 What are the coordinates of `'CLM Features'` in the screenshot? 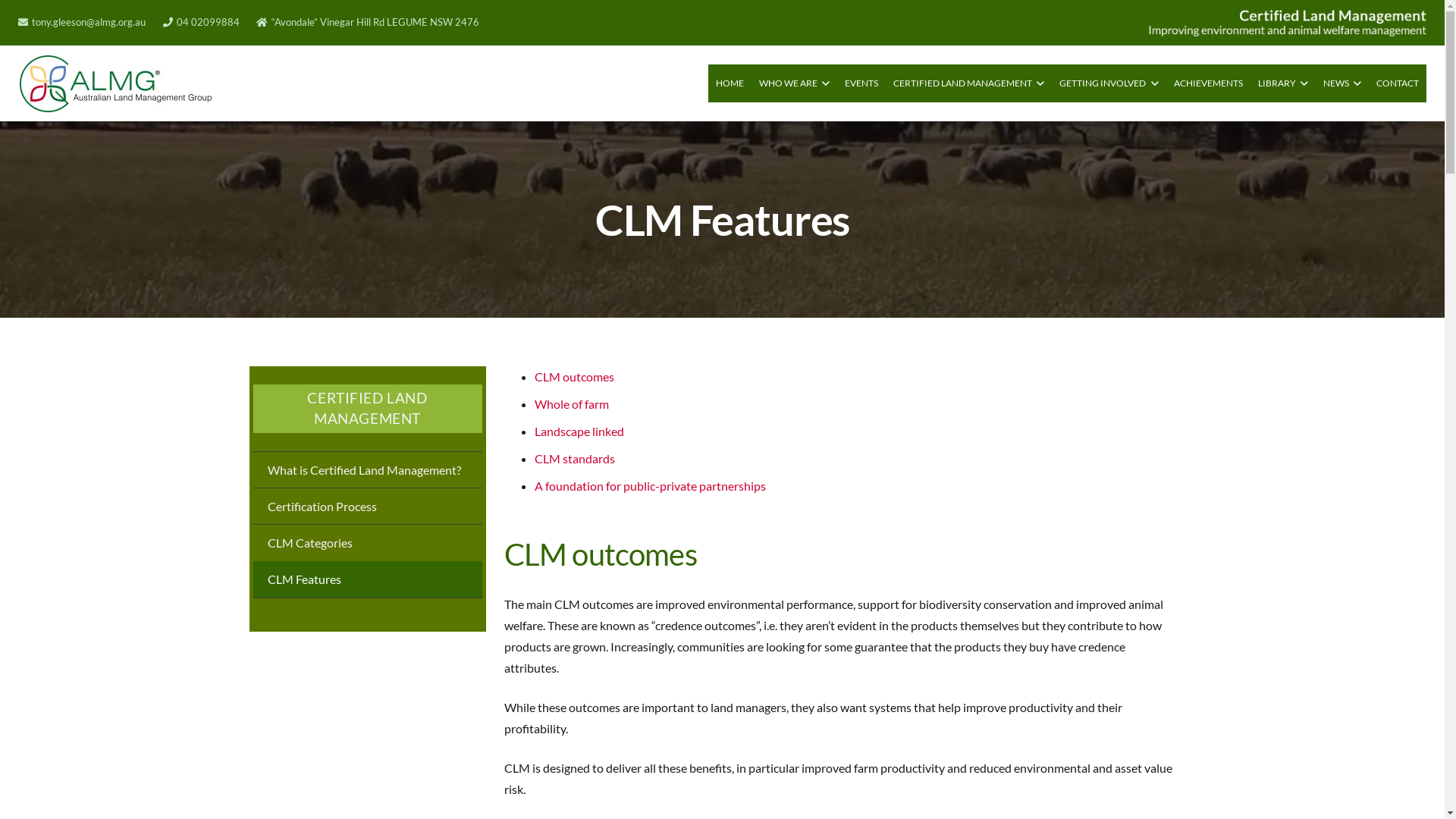 It's located at (367, 579).